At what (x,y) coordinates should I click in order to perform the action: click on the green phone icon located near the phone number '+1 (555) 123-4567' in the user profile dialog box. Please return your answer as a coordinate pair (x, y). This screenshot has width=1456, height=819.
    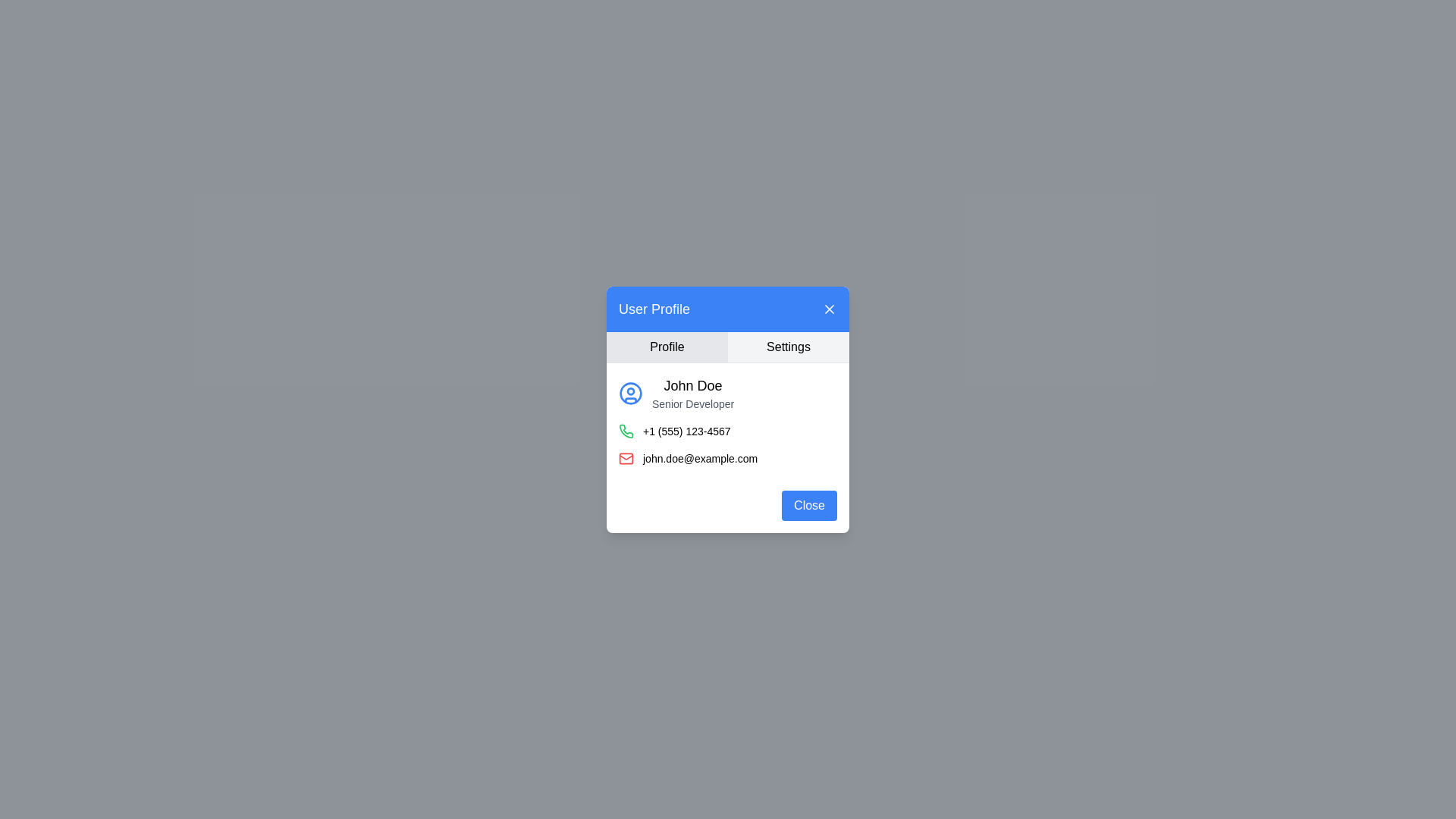
    Looking at the image, I should click on (626, 430).